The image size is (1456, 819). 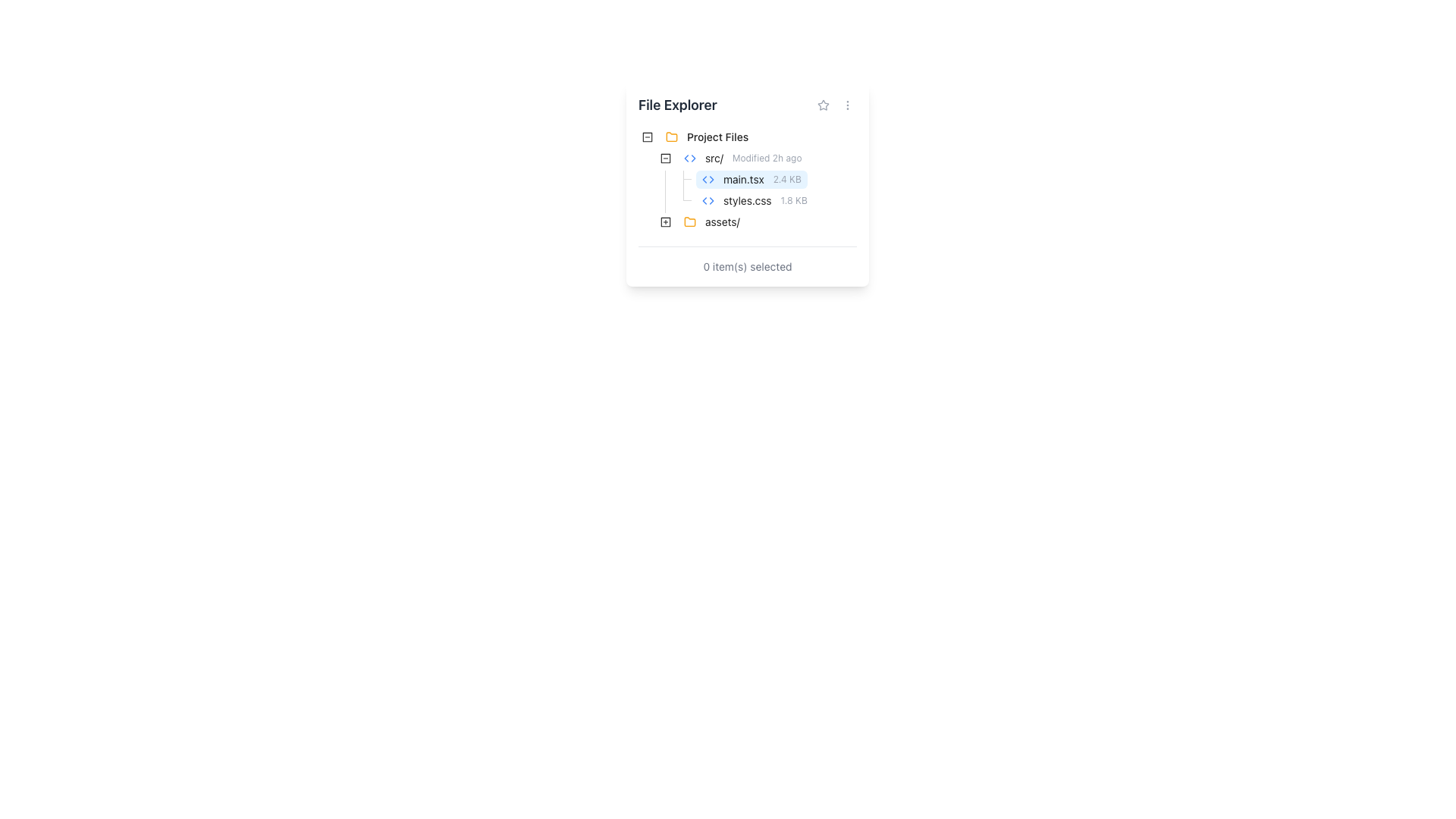 What do you see at coordinates (666, 222) in the screenshot?
I see `the Tree toggle switch icon, which is a square icon with a plus sign inside, located` at bounding box center [666, 222].